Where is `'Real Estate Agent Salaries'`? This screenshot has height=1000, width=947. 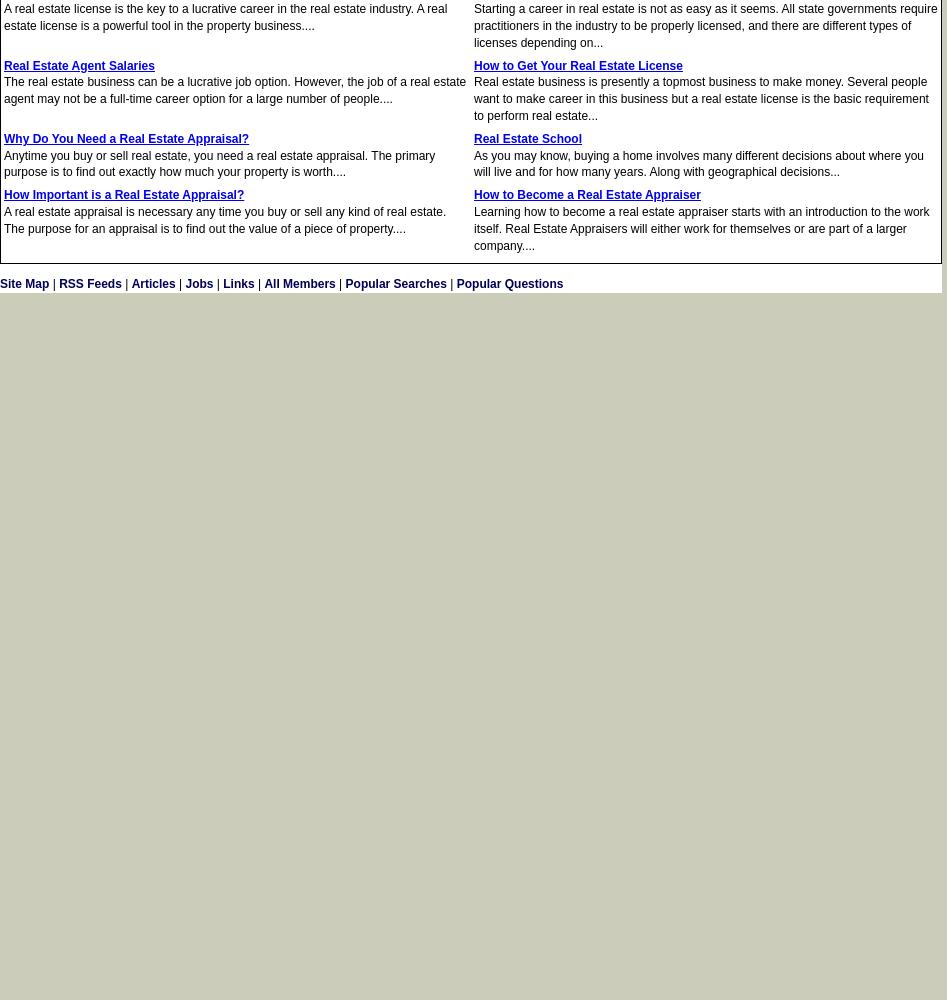 'Real Estate Agent Salaries' is located at coordinates (78, 64).